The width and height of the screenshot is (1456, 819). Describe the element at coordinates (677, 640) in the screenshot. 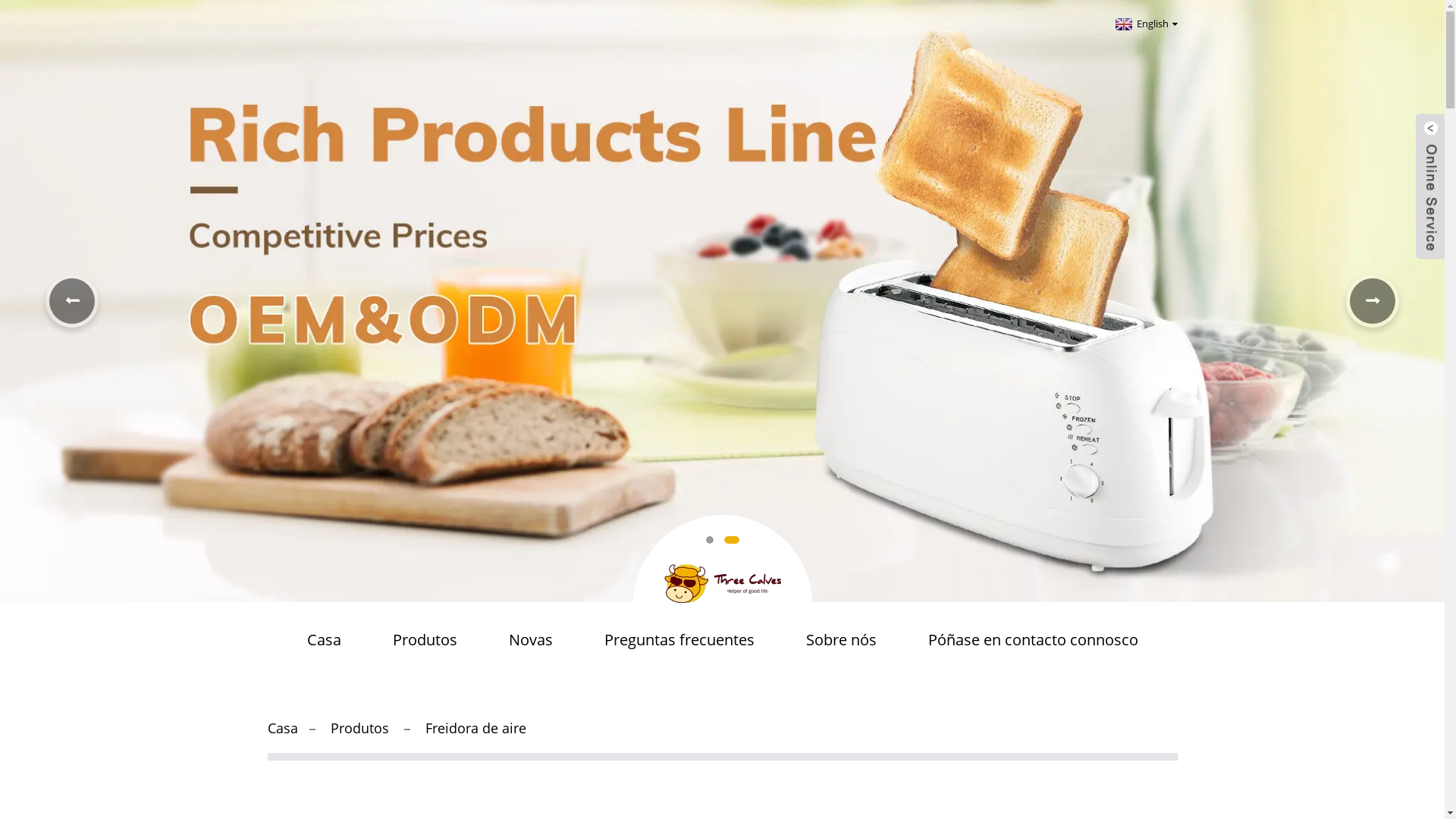

I see `'Preguntas frecuentes'` at that location.